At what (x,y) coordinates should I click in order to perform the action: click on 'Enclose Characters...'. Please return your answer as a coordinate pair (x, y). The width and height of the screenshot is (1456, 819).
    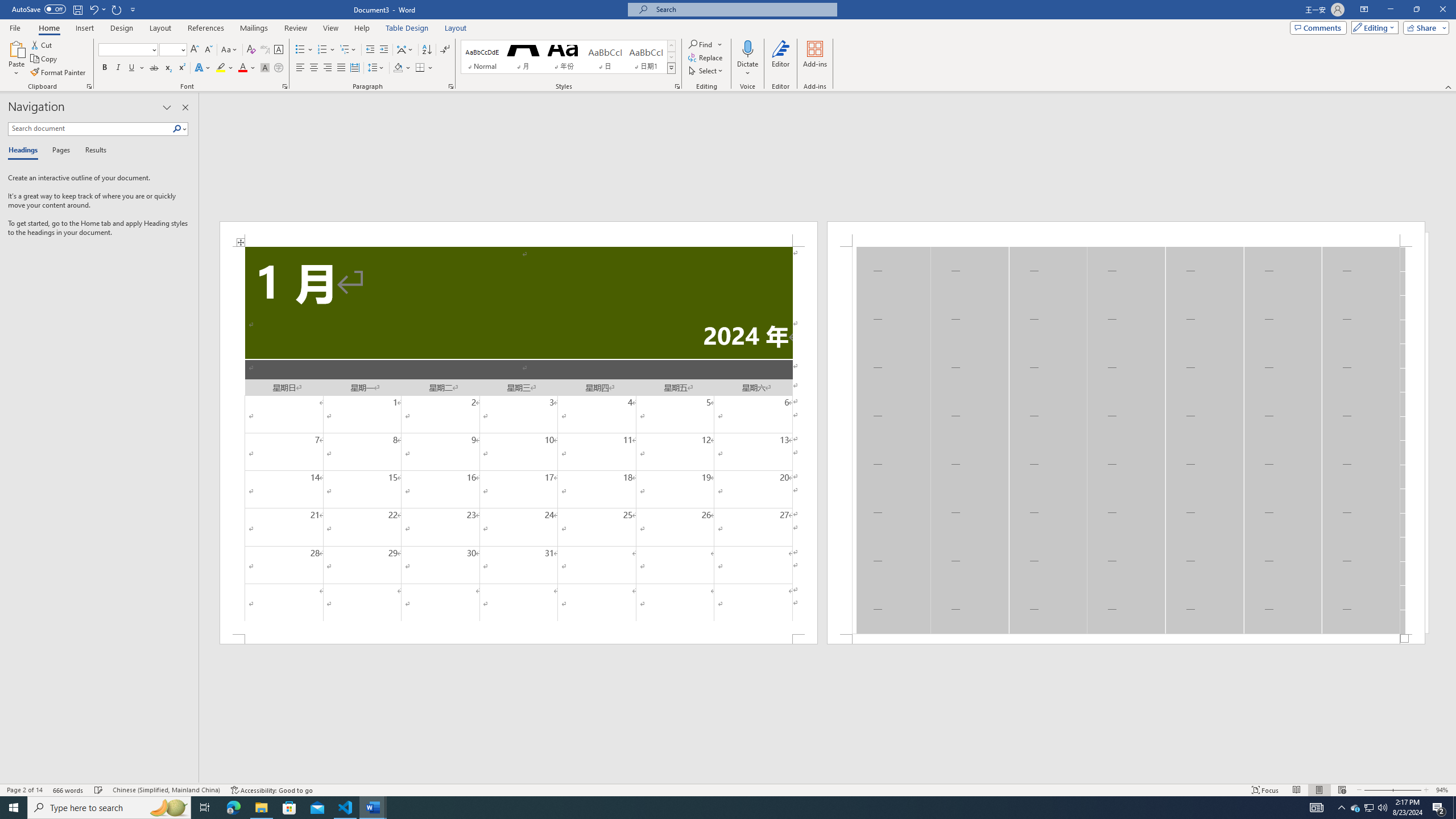
    Looking at the image, I should click on (278, 67).